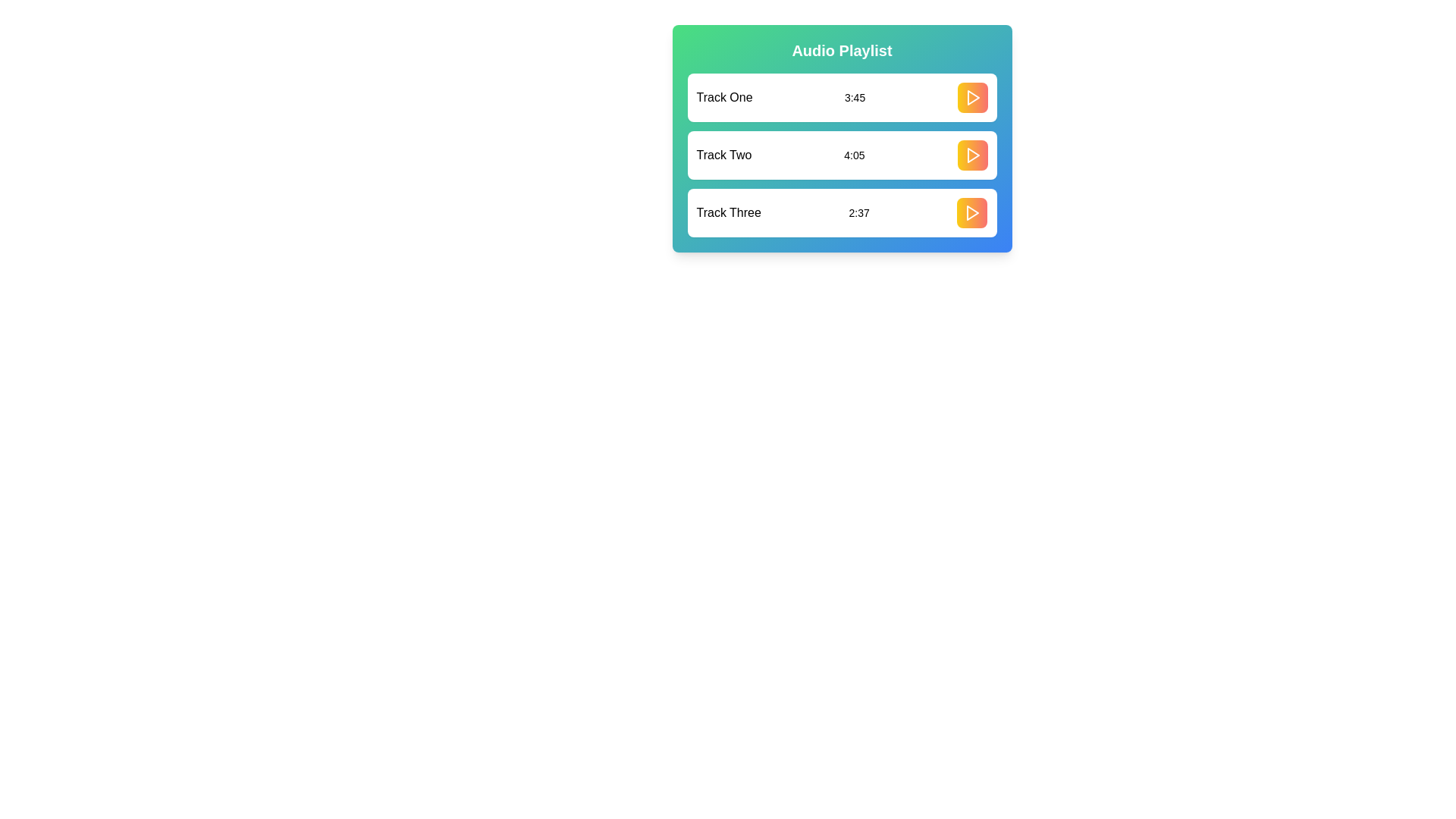 The height and width of the screenshot is (819, 1456). What do you see at coordinates (855, 97) in the screenshot?
I see `the static text displaying the duration of 'Track One' in the audio playlist, located between the track title and play button` at bounding box center [855, 97].